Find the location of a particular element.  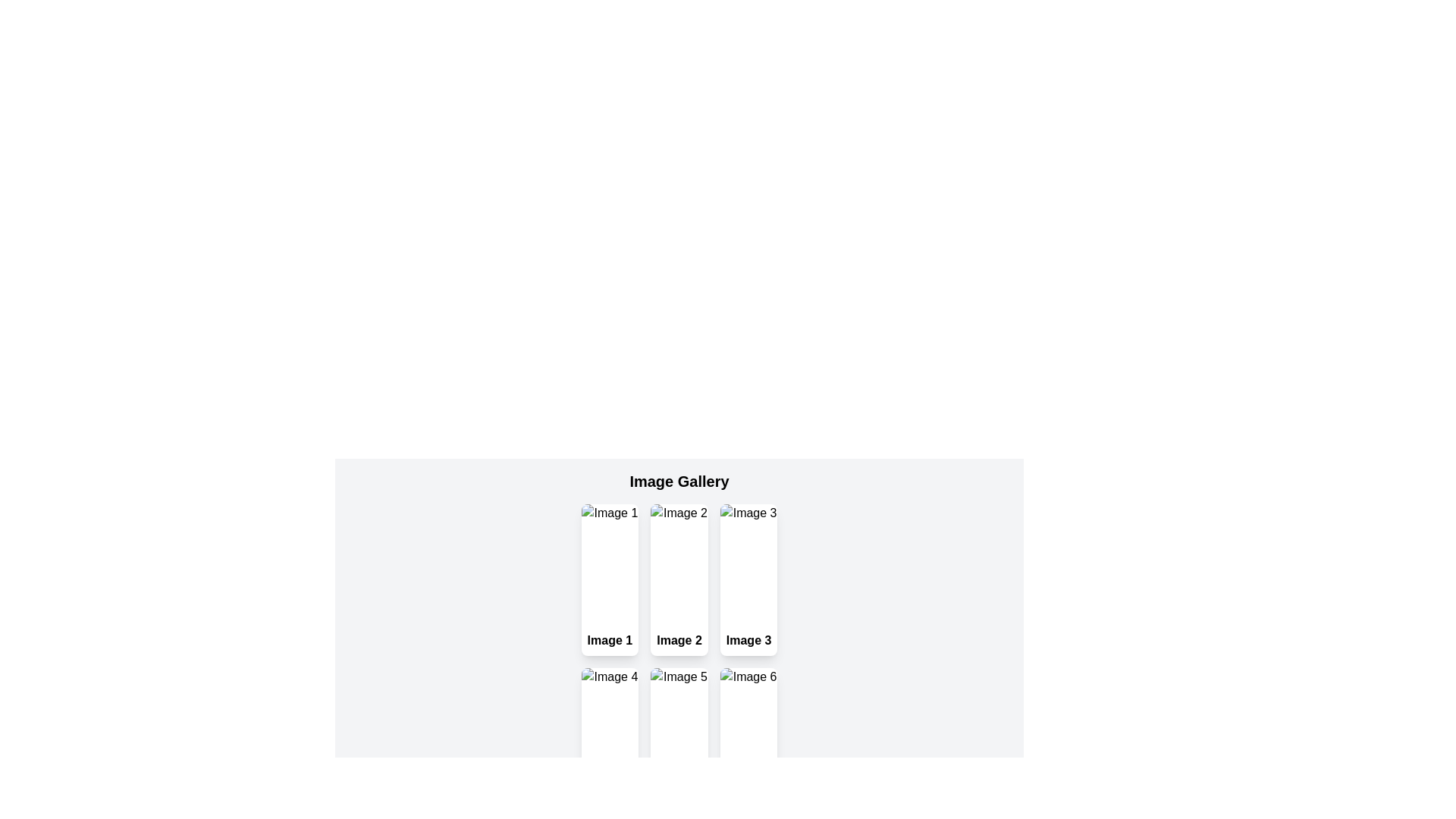

the bold text label 'Image Gallery' that is center-aligned at the top of the section with a light gray background is located at coordinates (679, 482).